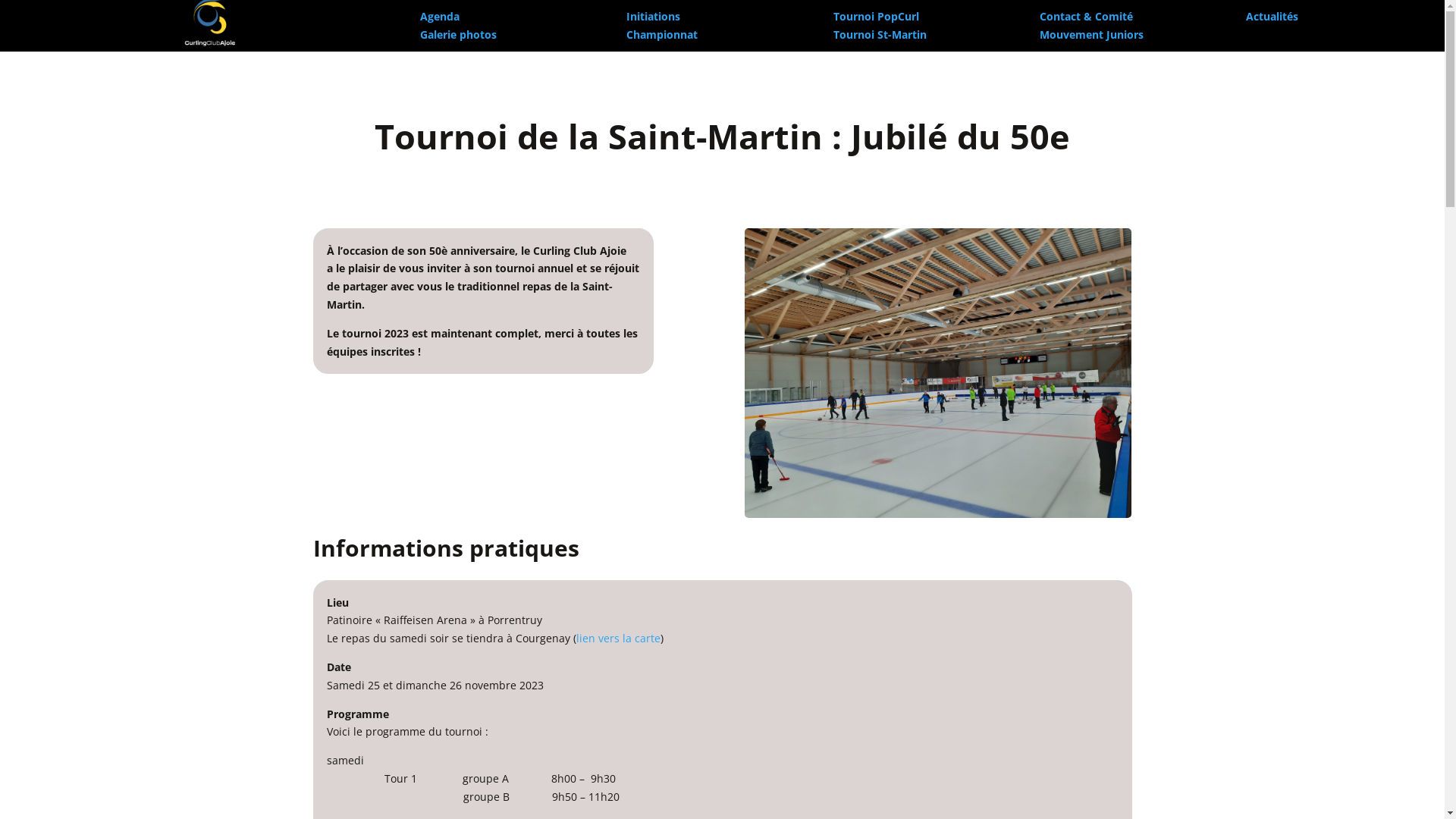 The height and width of the screenshot is (819, 1456). What do you see at coordinates (439, 16) in the screenshot?
I see `'Agenda'` at bounding box center [439, 16].